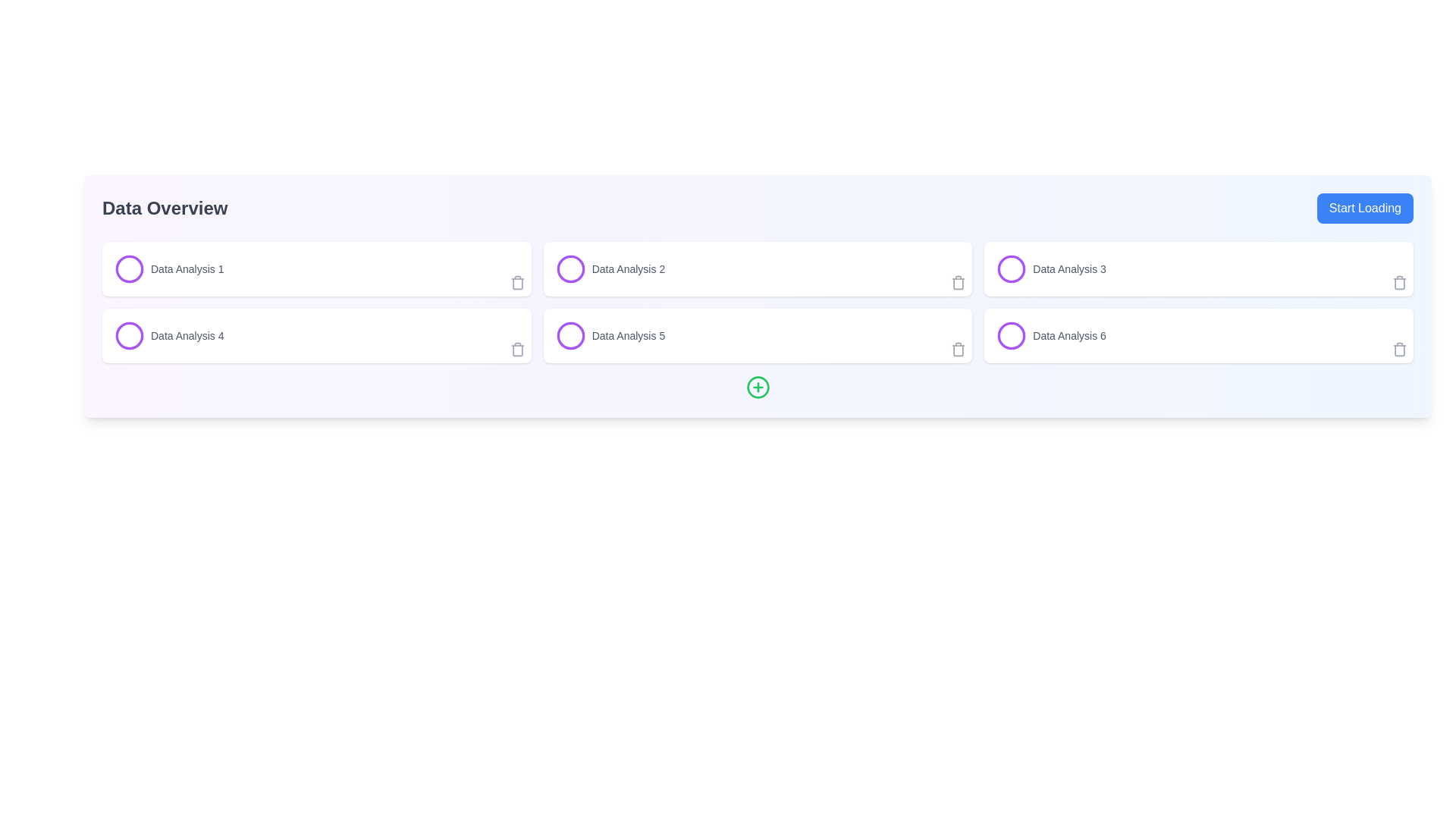 The width and height of the screenshot is (1456, 819). Describe the element at coordinates (130, 335) in the screenshot. I see `the circular icon or indicator located to the left of the 'Data Analysis 4' text line in the interface's grid layout` at that location.